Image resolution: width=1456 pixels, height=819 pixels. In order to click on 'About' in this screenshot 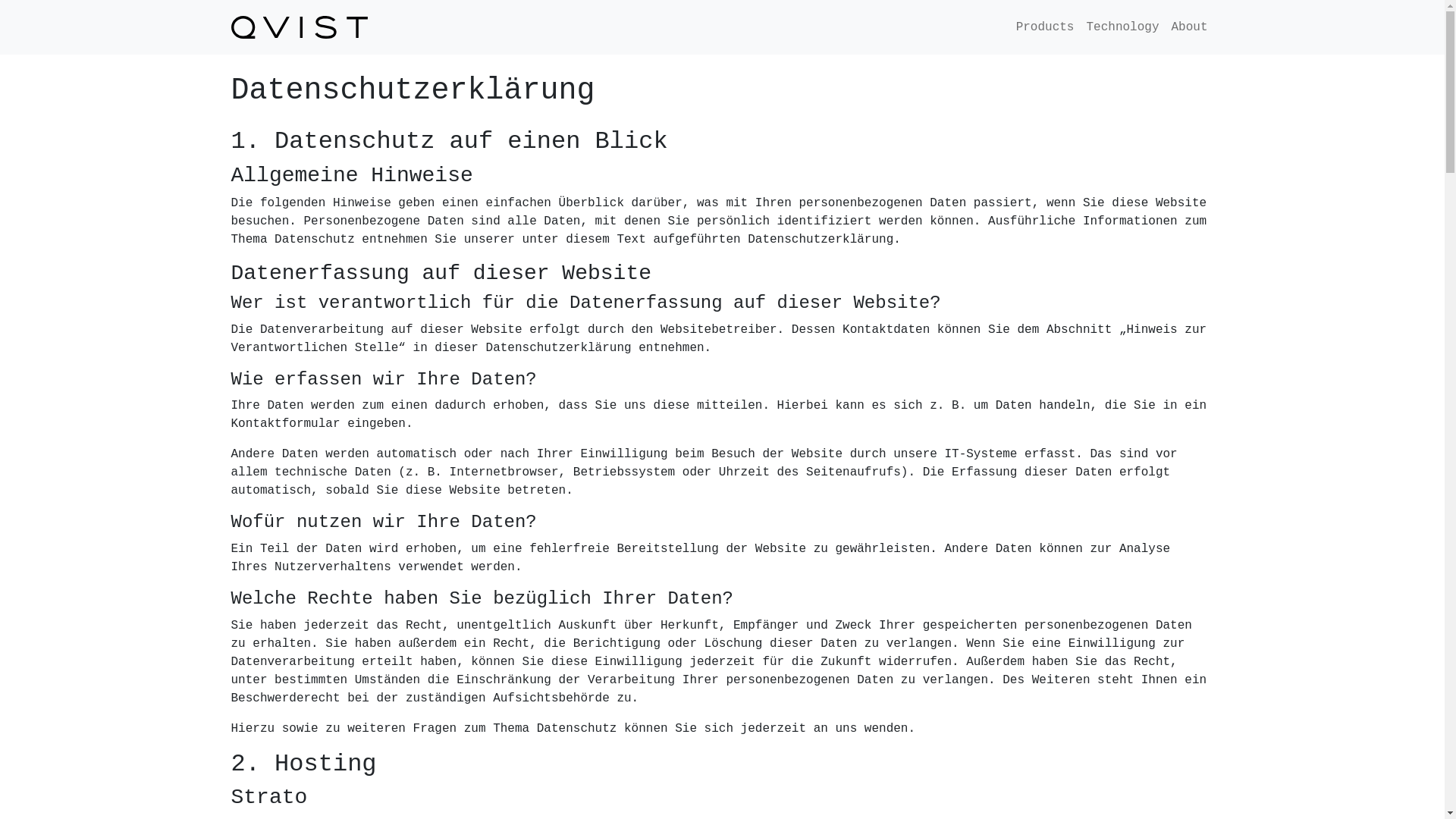, I will do `click(1188, 27)`.